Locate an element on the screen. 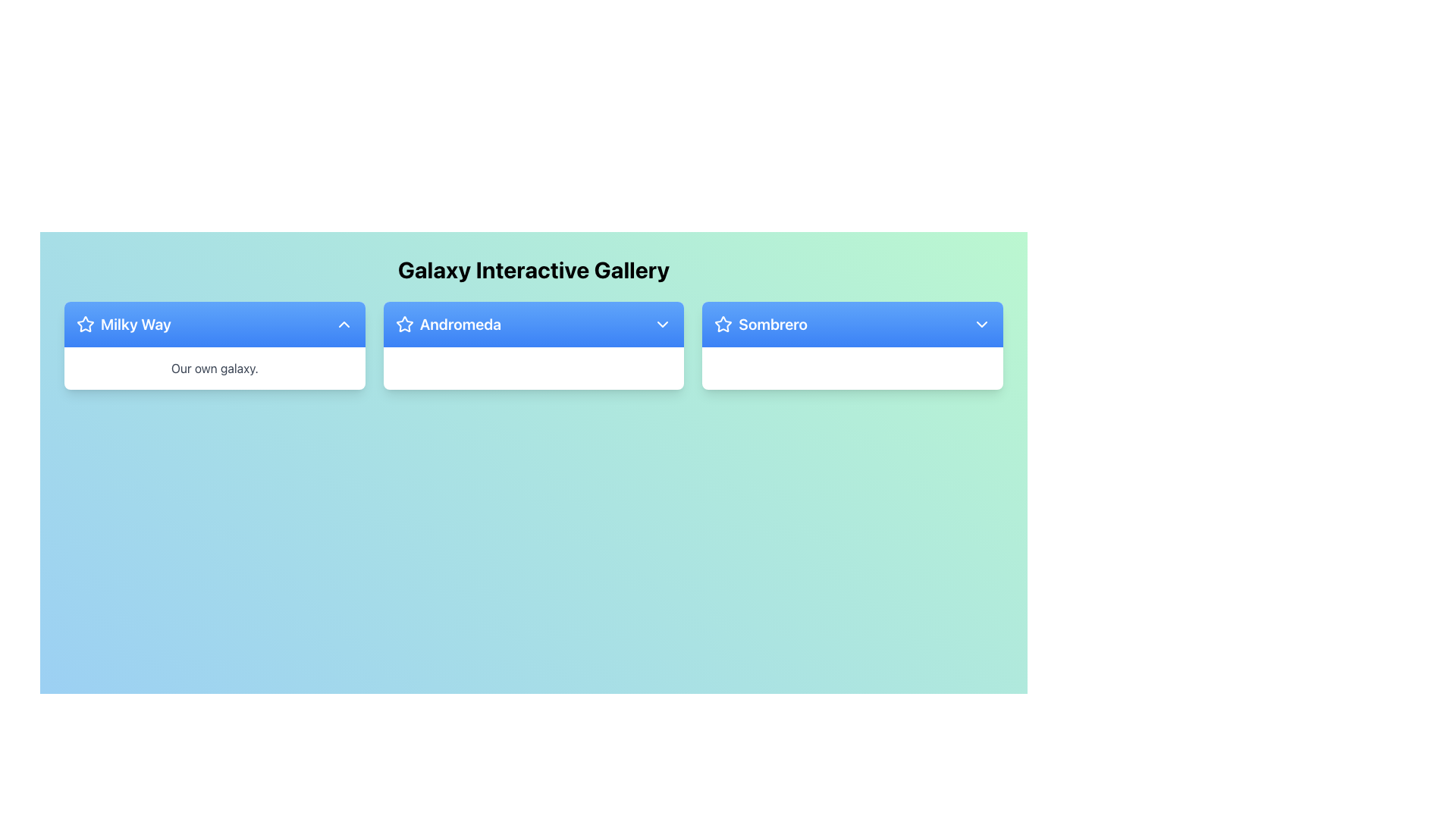  on the Andromeda card, which is the second card in a grid of three is located at coordinates (534, 345).